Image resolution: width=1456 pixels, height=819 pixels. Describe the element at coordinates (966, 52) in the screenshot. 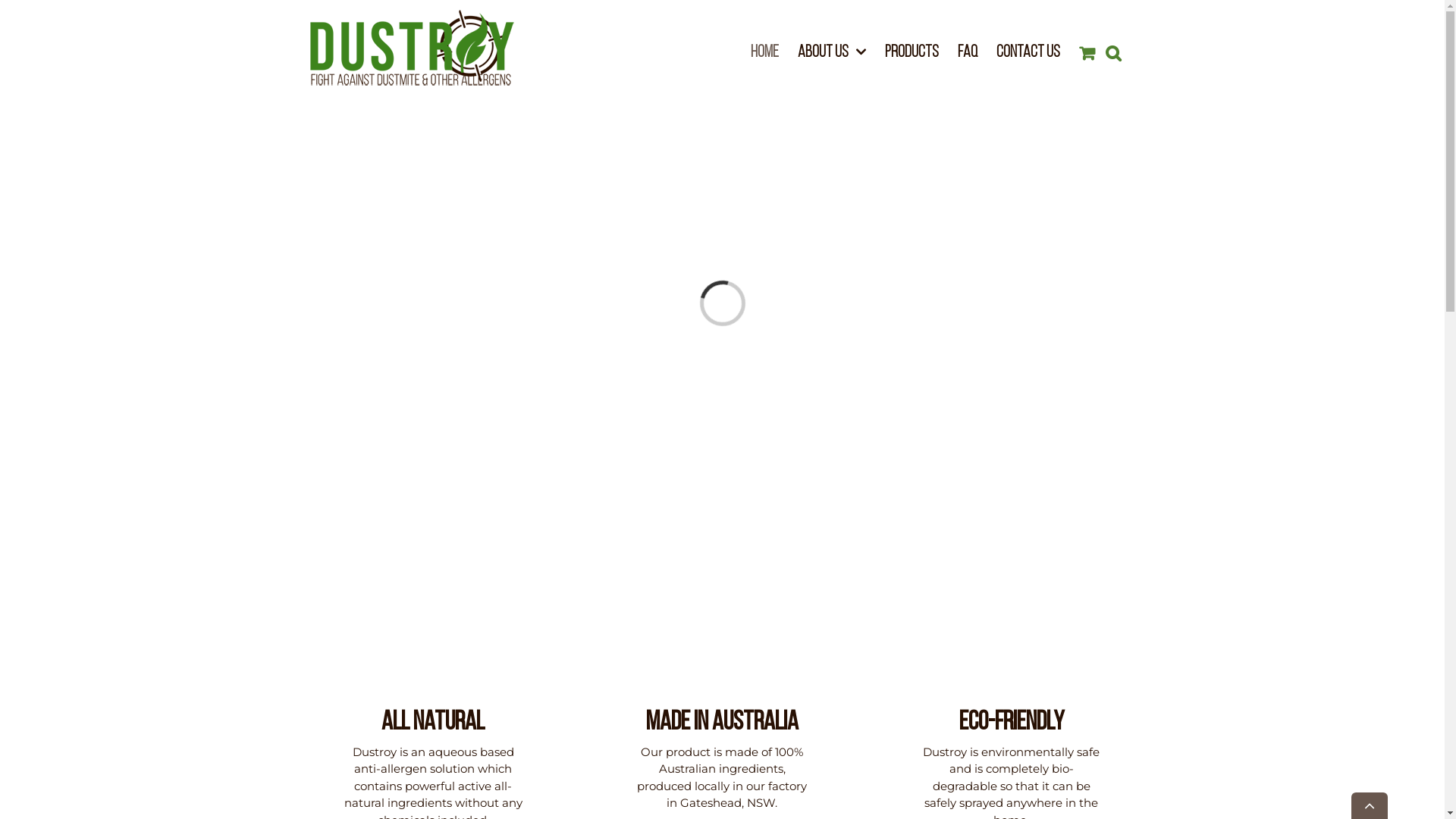

I see `'FAQ'` at that location.